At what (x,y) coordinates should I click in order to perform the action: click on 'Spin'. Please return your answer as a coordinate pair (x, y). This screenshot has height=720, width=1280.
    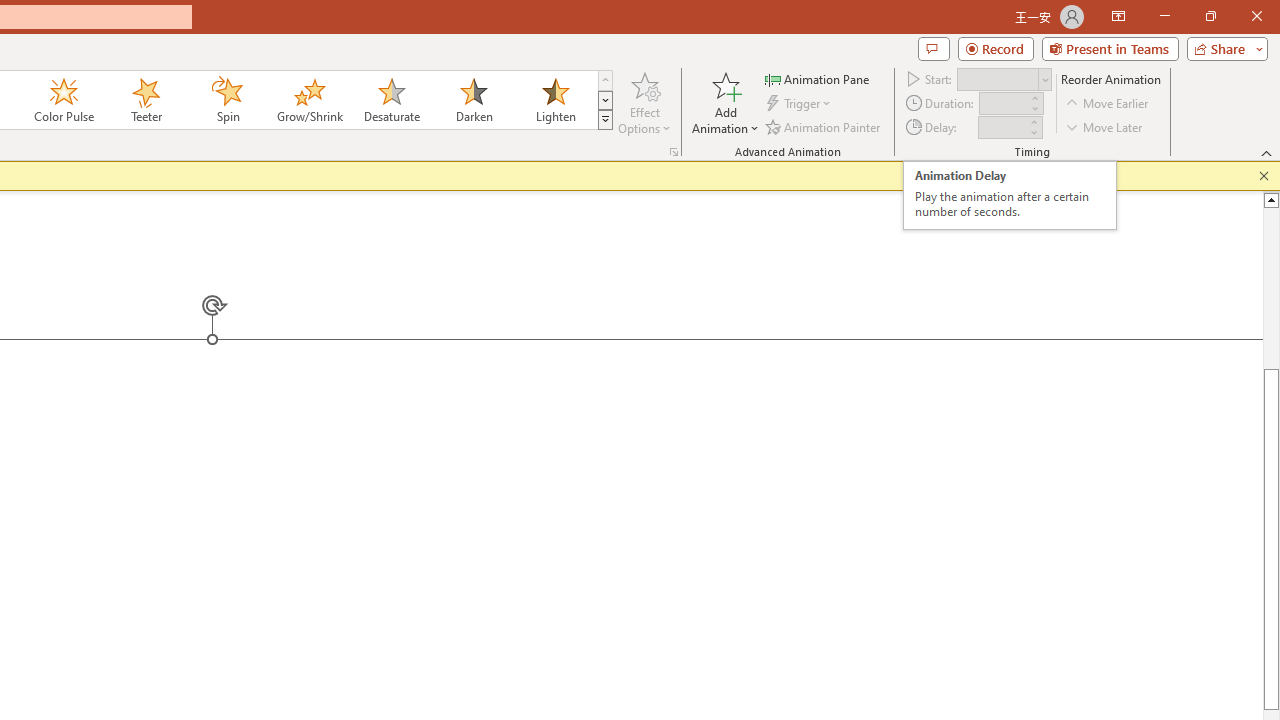
    Looking at the image, I should click on (227, 100).